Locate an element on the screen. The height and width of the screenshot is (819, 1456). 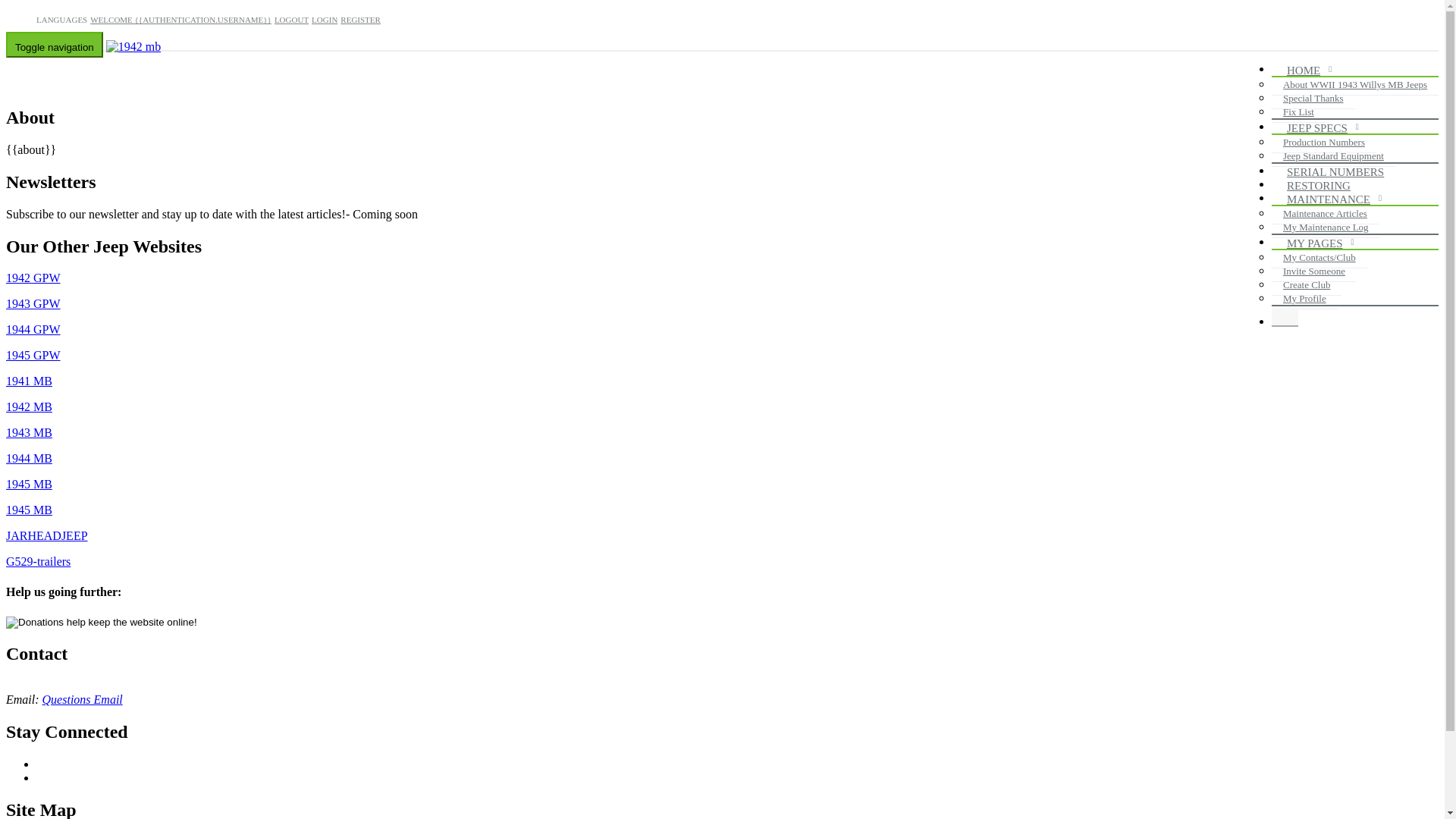
'Production Numbers' is located at coordinates (1323, 143).